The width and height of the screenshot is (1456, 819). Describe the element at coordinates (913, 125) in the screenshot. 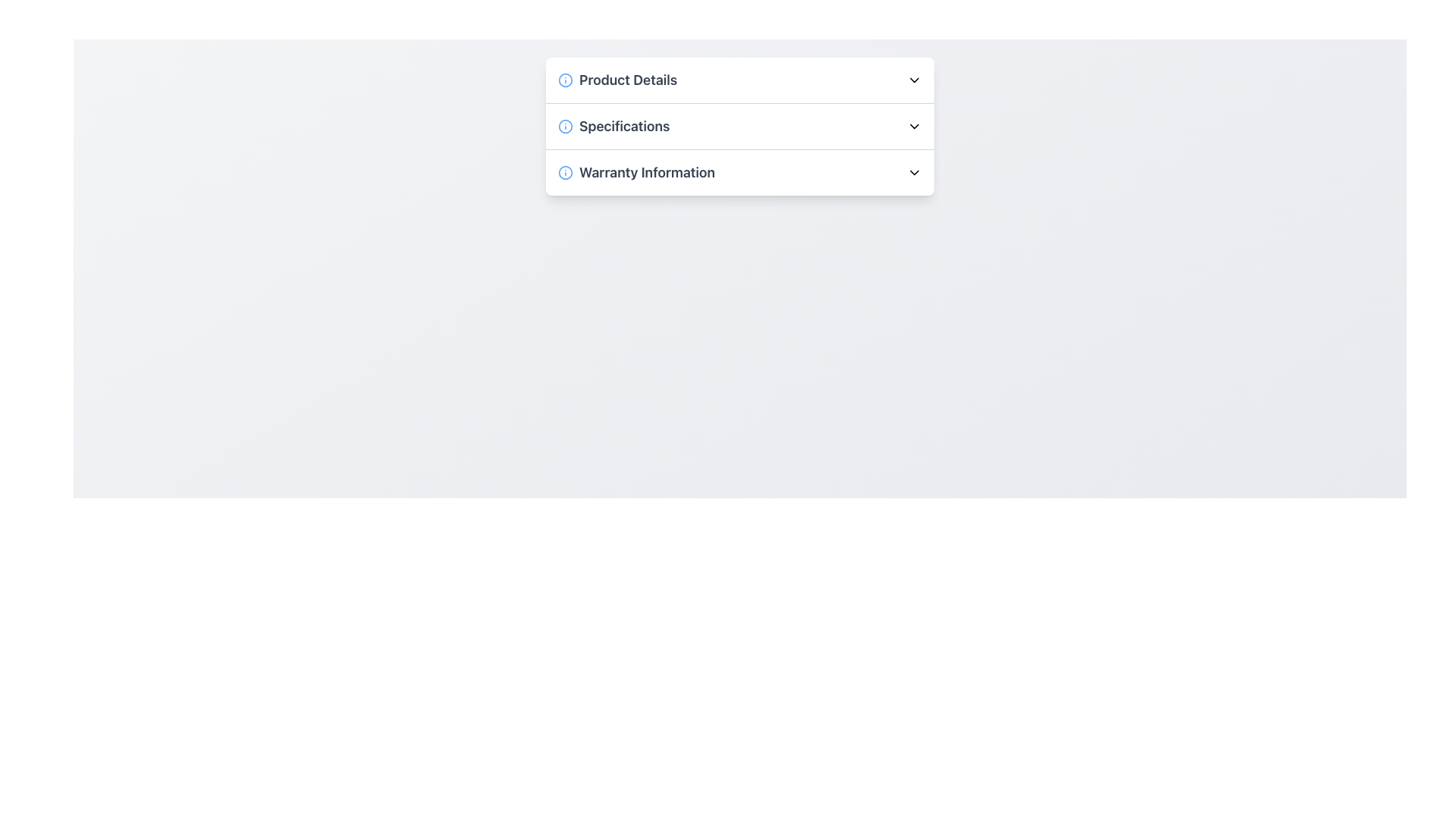

I see `the chevron-down icon next to the 'Specifications' text` at that location.